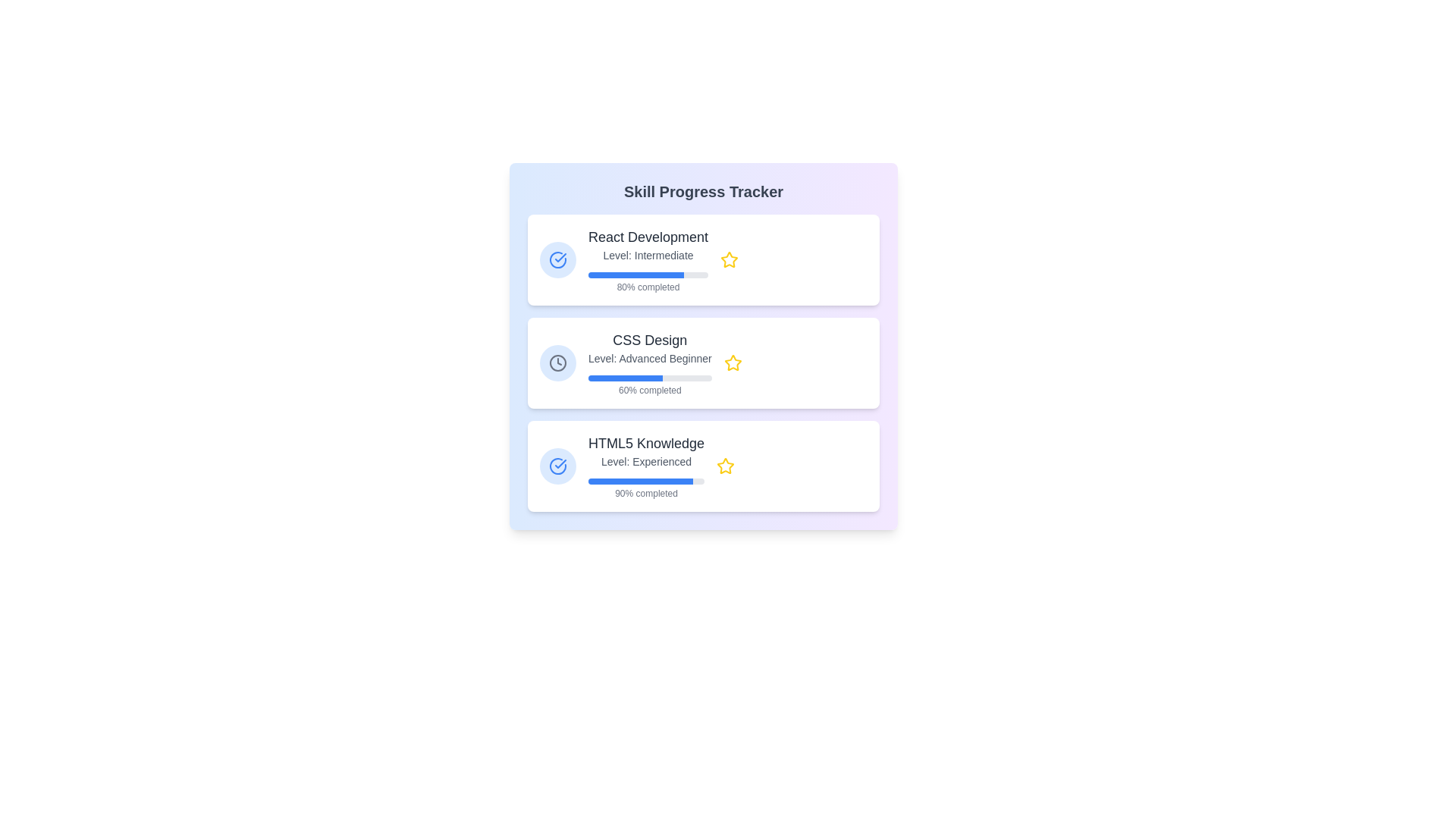 Image resolution: width=1456 pixels, height=819 pixels. Describe the element at coordinates (650, 390) in the screenshot. I see `percentage value displayed in the Text Label indicating the completion percentage for the CSS Design skill, located below the progress bar in the Skill Progress Tracker interface` at that location.